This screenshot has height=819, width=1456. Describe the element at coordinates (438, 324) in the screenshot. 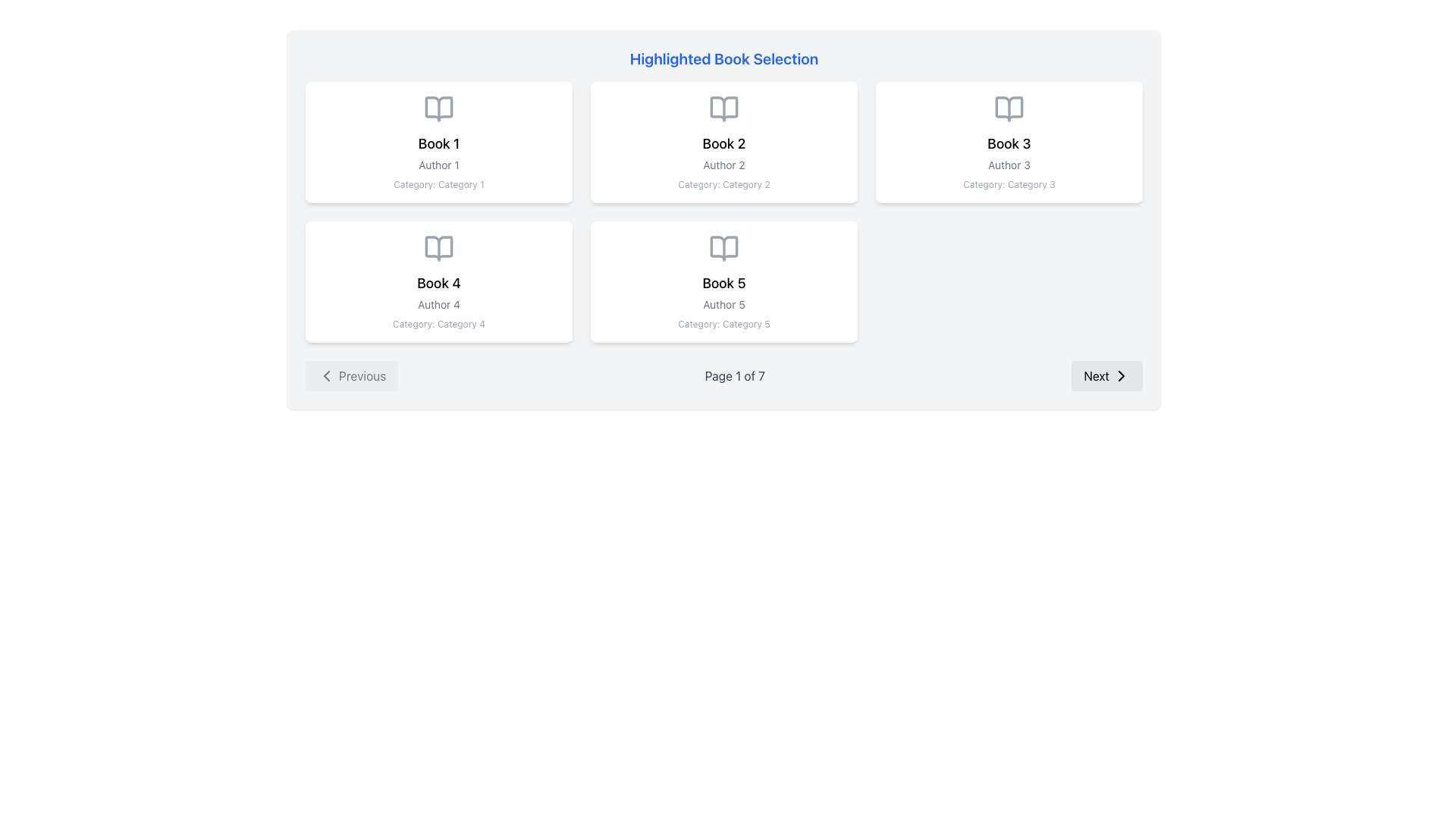

I see `the Text Label that indicates the item belongs to 'Category 4', located at the lower portion of the card for 'Book 4'` at that location.